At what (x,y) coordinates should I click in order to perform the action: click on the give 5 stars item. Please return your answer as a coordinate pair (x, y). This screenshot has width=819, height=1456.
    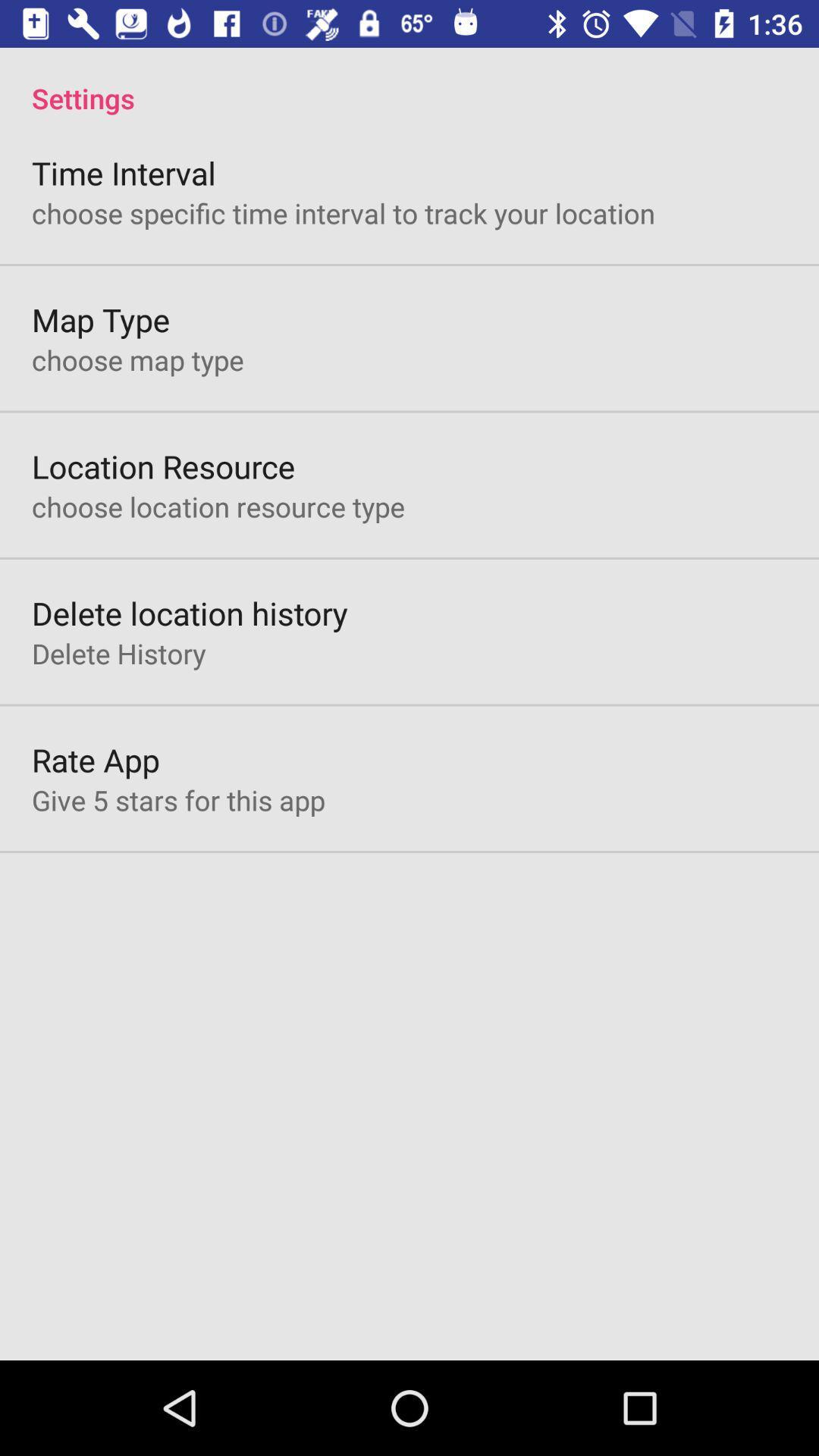
    Looking at the image, I should click on (177, 799).